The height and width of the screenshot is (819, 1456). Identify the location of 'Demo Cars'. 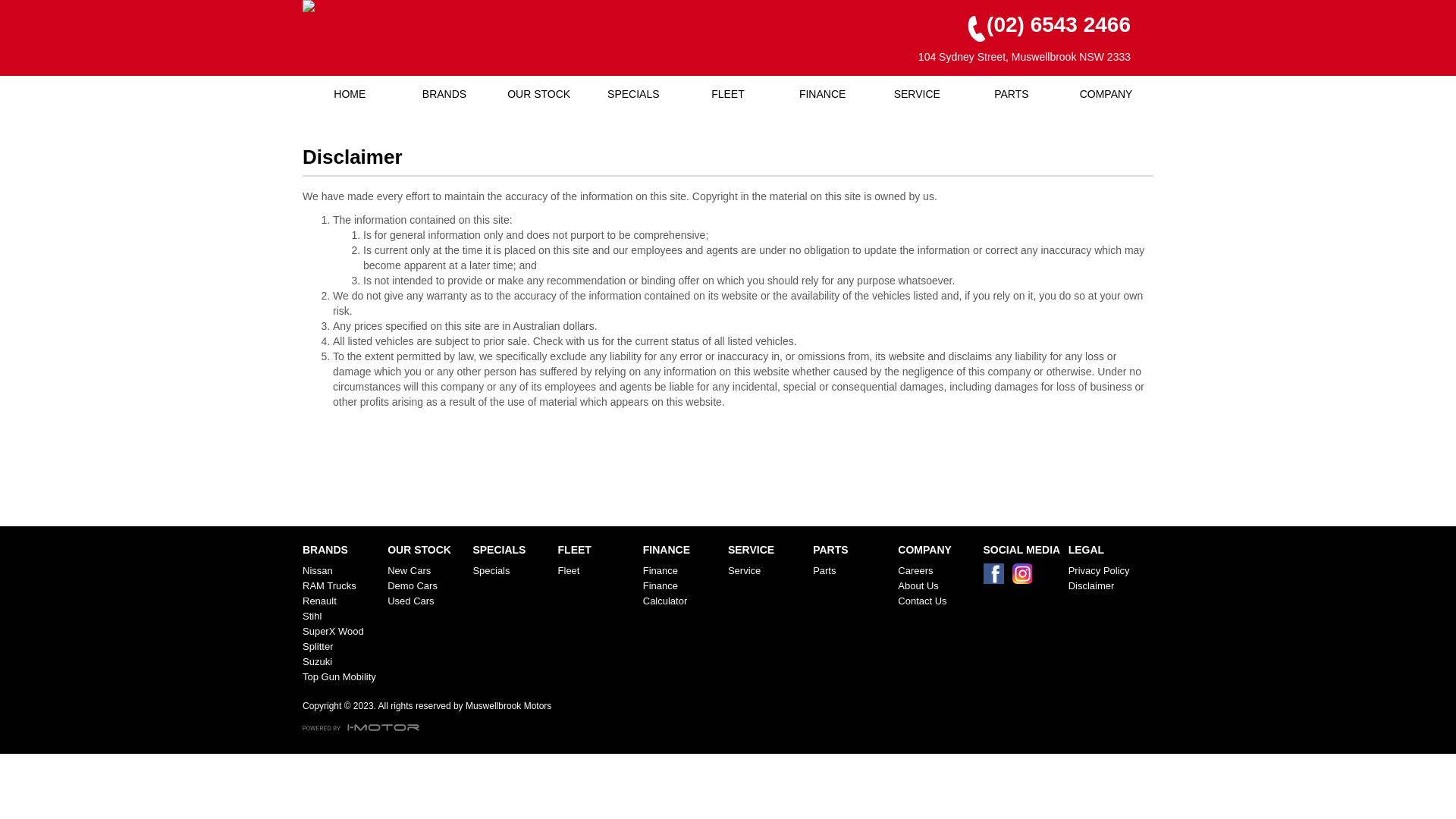
(425, 585).